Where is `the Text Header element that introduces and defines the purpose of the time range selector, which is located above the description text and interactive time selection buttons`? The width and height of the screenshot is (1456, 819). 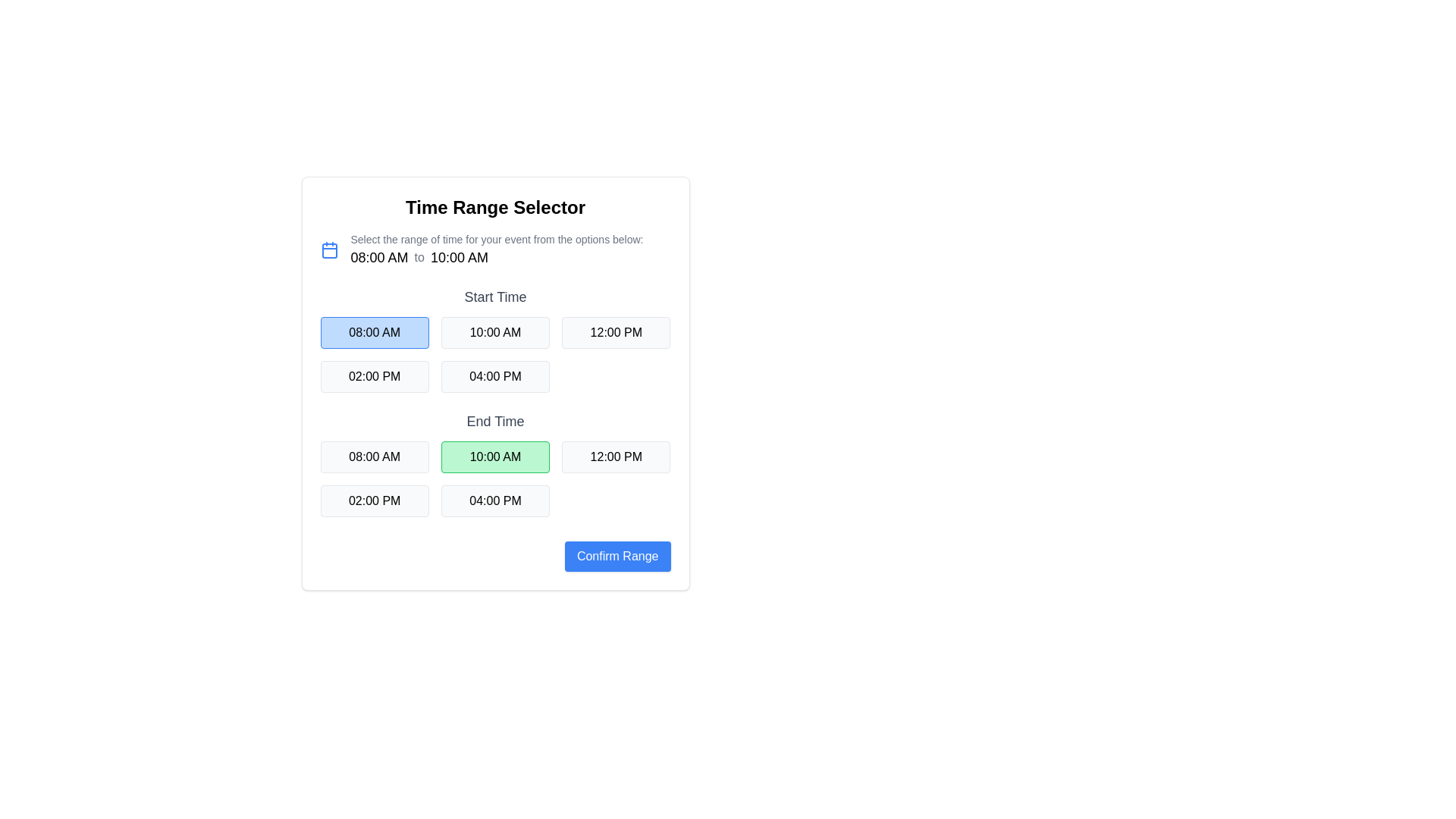
the Text Header element that introduces and defines the purpose of the time range selector, which is located above the description text and interactive time selection buttons is located at coordinates (495, 207).